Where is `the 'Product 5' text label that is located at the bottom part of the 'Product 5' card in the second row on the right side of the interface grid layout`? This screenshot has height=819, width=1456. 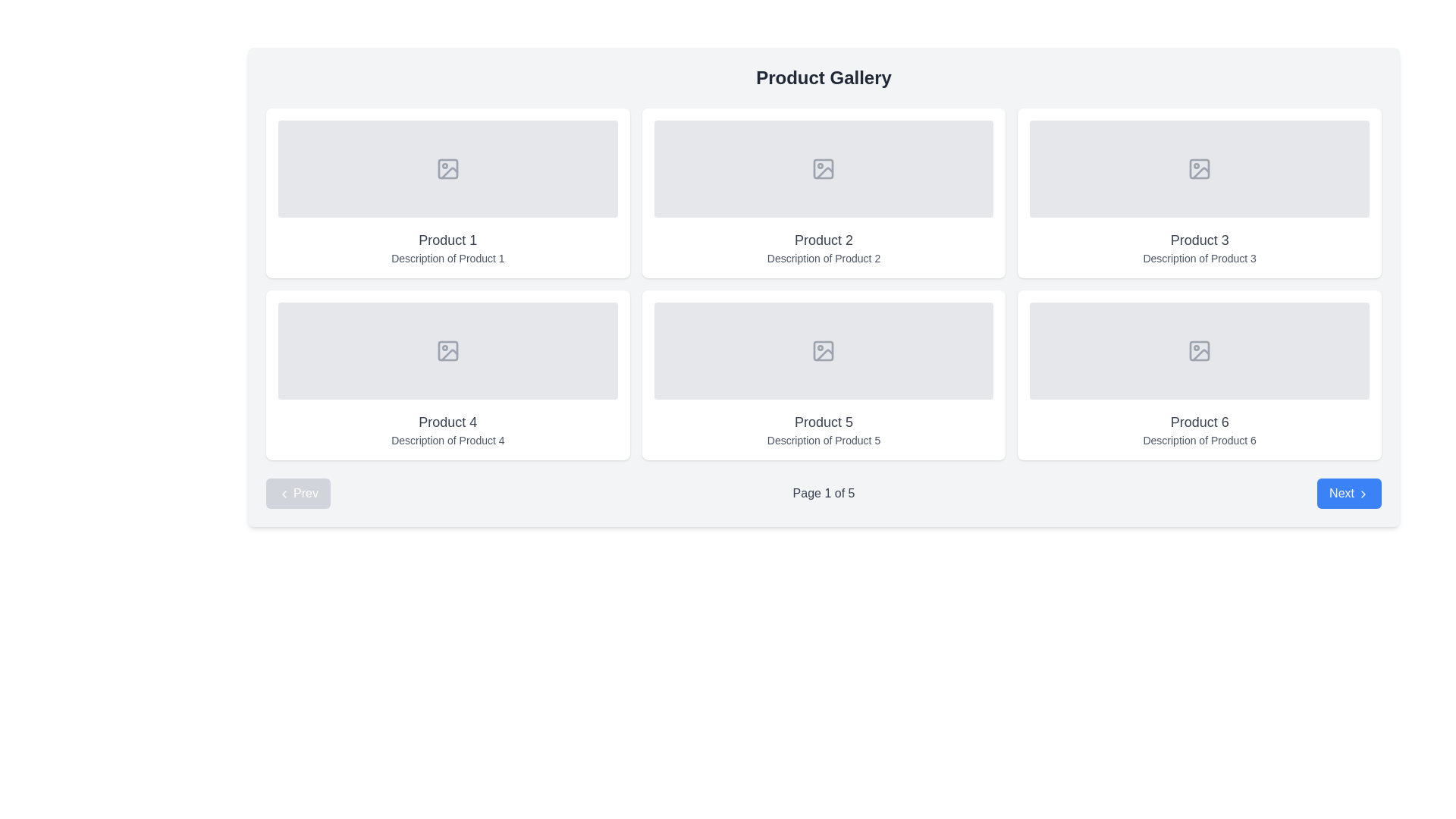 the 'Product 5' text label that is located at the bottom part of the 'Product 5' card in the second row on the right side of the interface grid layout is located at coordinates (823, 422).